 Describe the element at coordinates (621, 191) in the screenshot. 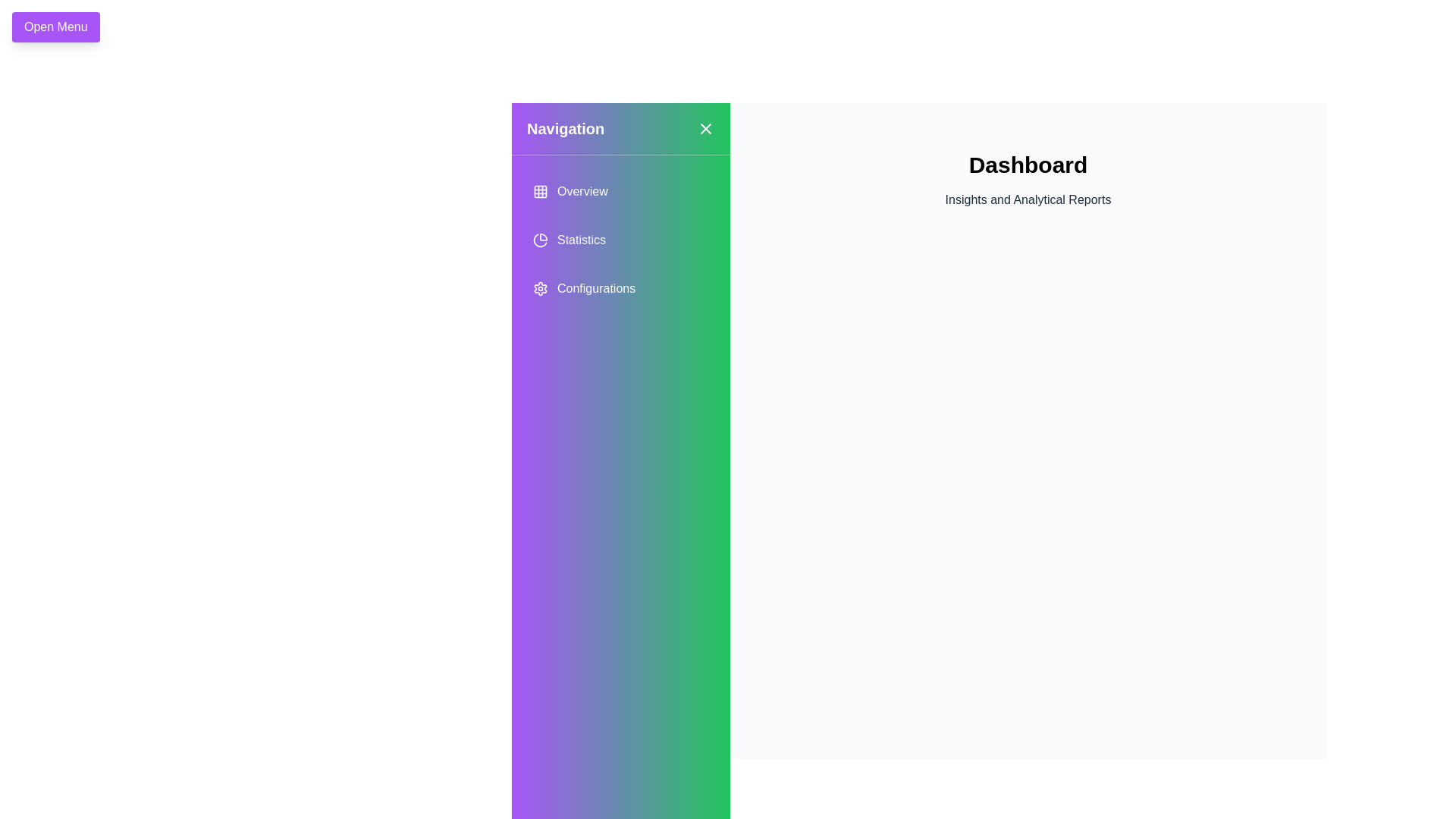

I see `the 'Overview' menu item in the navigation drawer` at that location.